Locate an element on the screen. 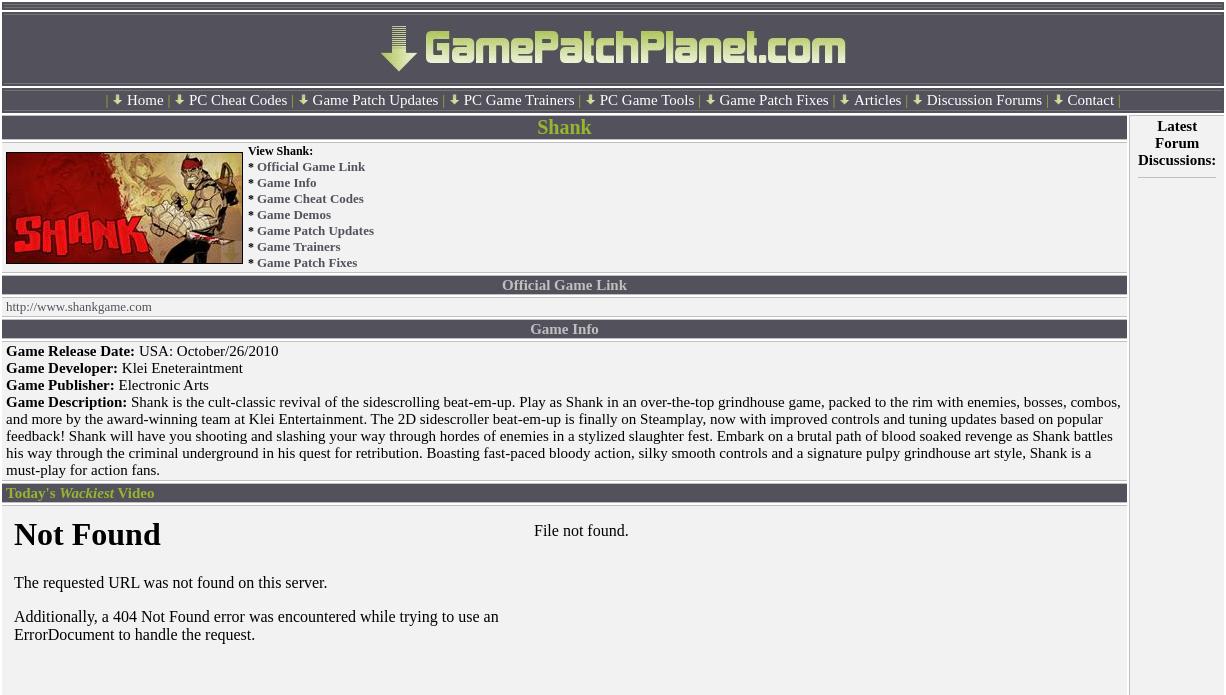 The width and height of the screenshot is (1226, 695). 'Game Trainers' is located at coordinates (256, 245).